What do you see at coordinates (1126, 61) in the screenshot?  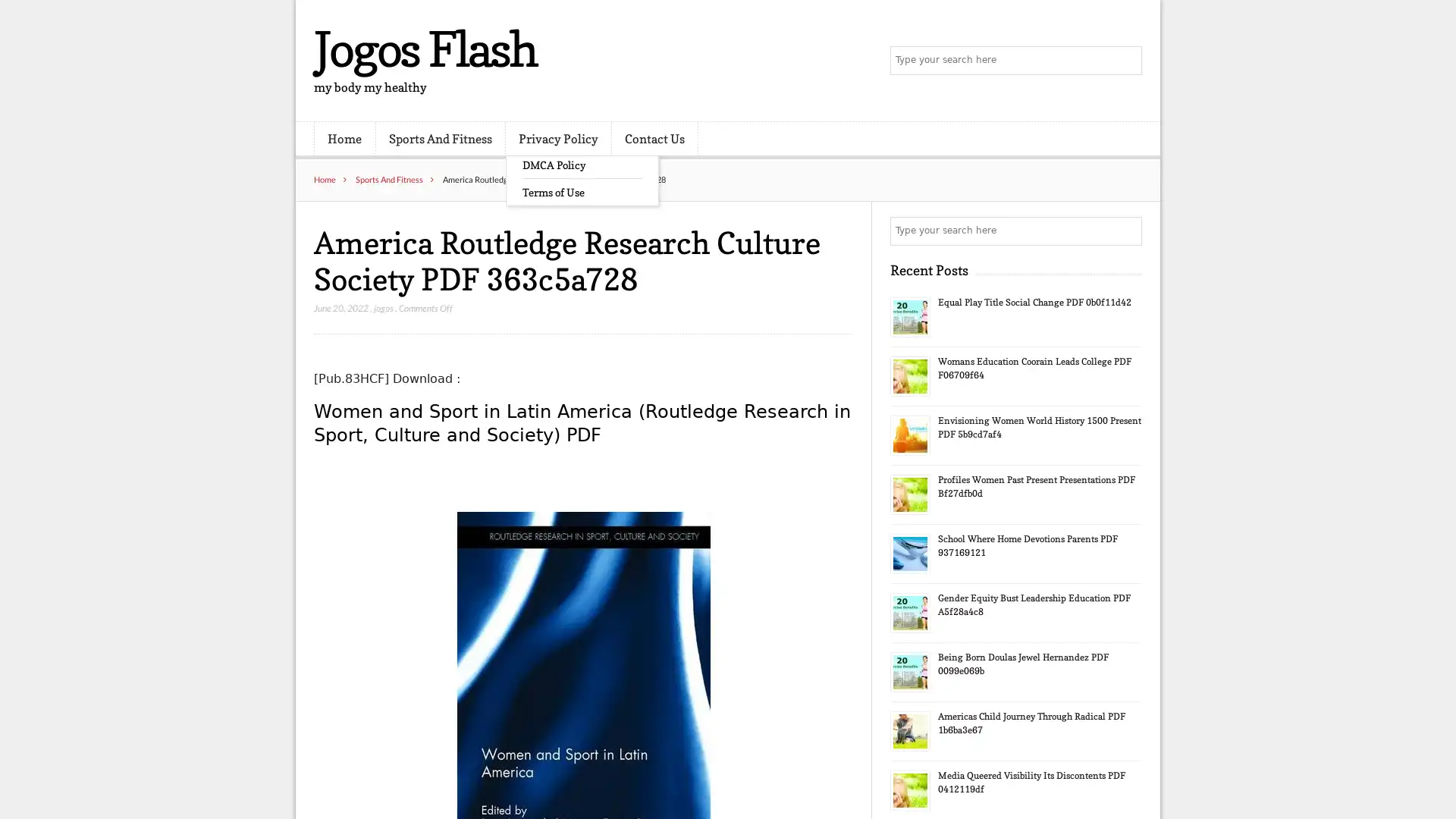 I see `Search` at bounding box center [1126, 61].